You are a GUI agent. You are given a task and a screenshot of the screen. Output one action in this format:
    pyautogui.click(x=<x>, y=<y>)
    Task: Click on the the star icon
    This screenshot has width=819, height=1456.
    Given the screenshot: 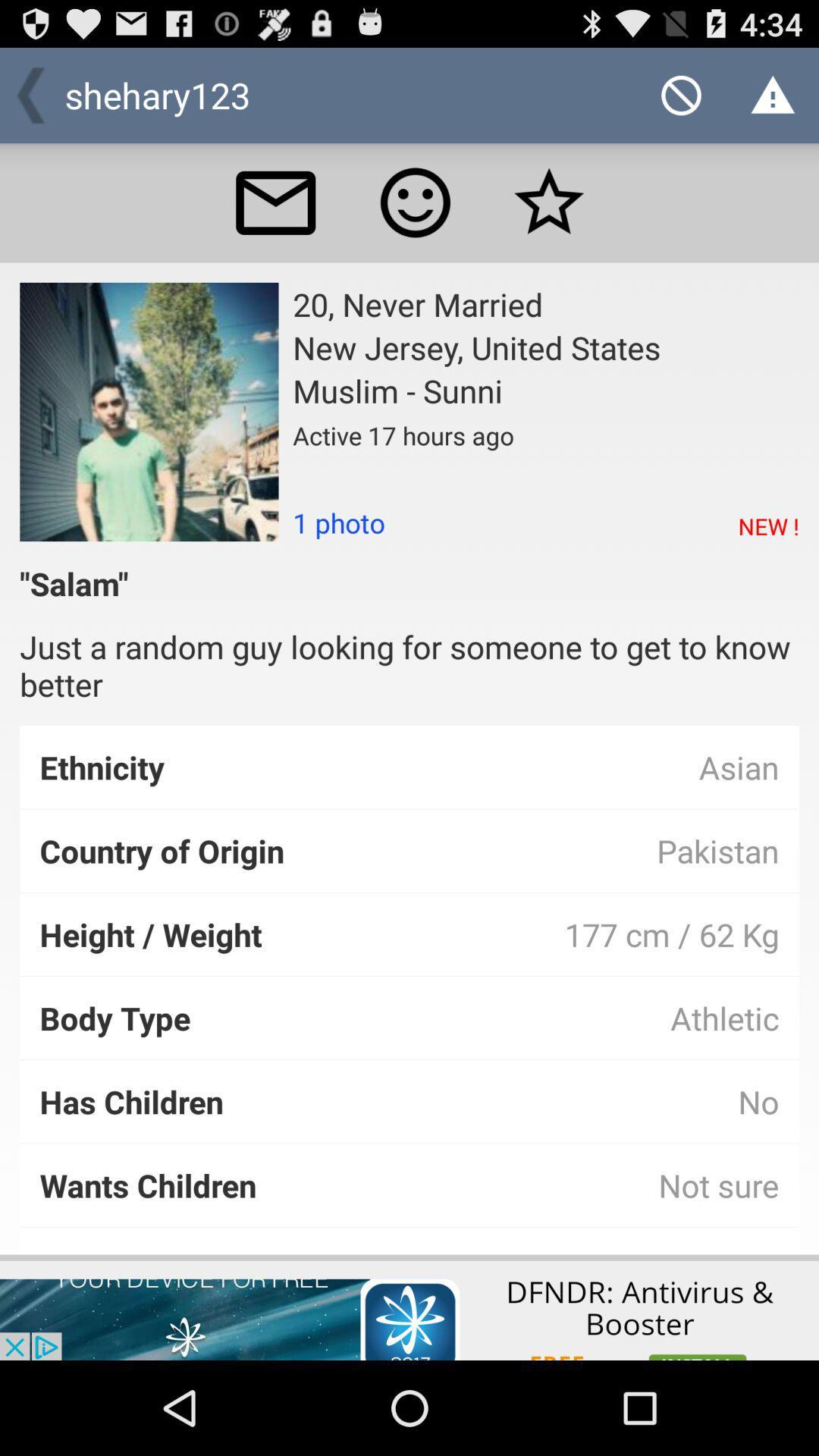 What is the action you would take?
    pyautogui.click(x=549, y=216)
    